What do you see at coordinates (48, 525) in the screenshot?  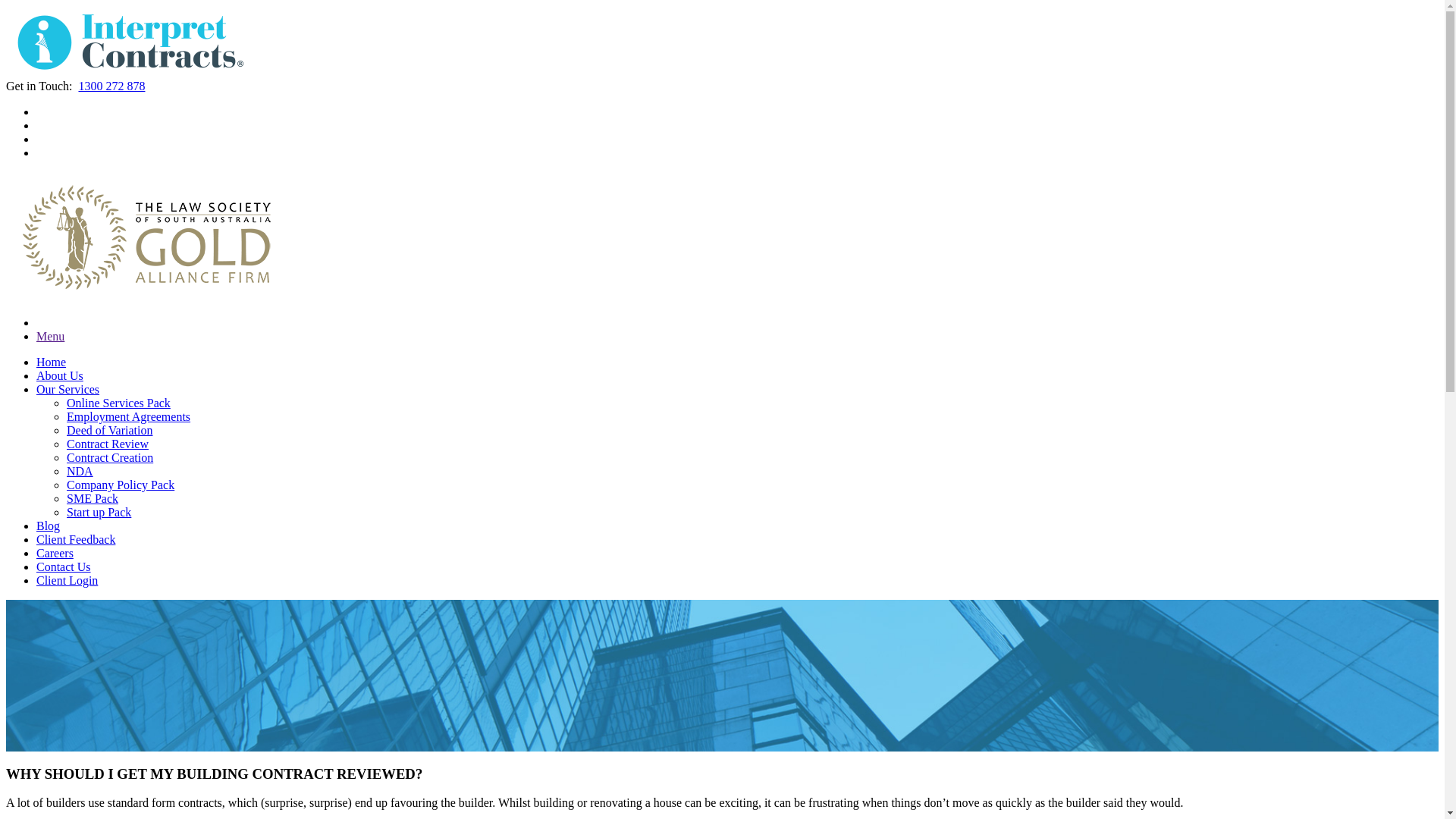 I see `'Blog'` at bounding box center [48, 525].